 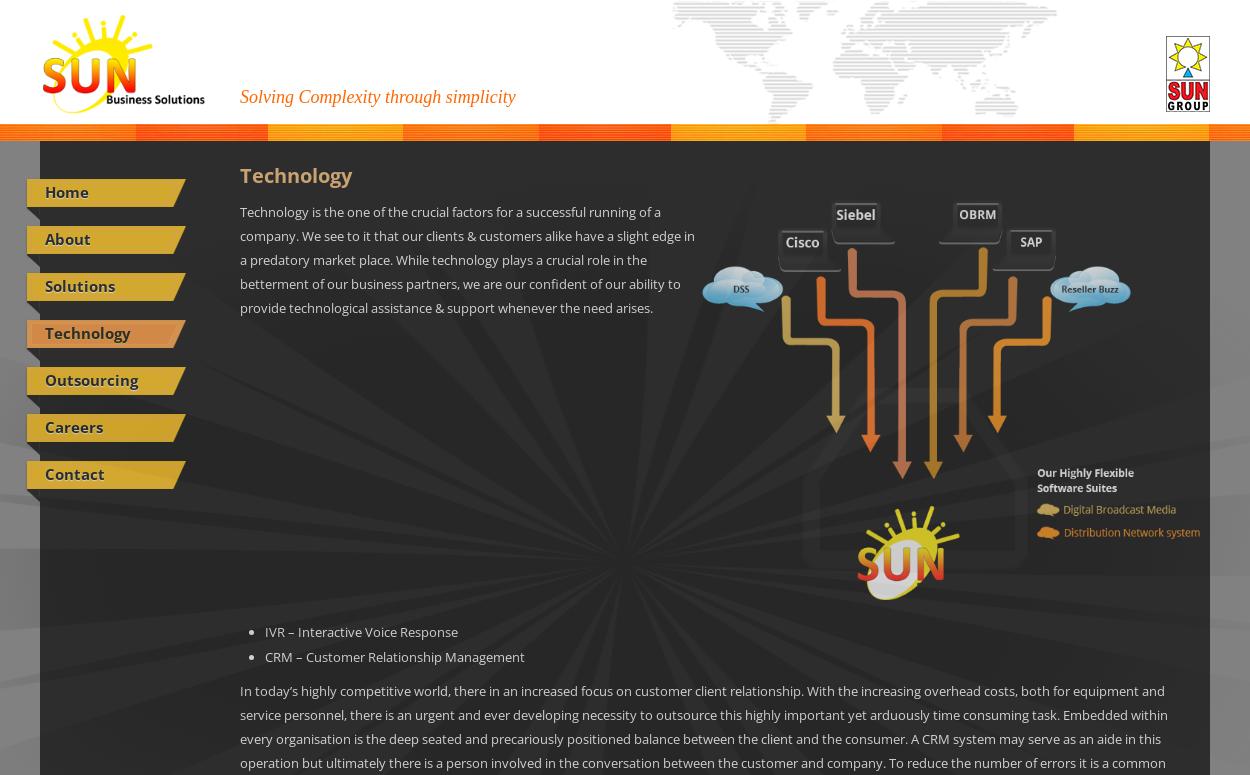 I want to click on 'About', so click(x=67, y=238).